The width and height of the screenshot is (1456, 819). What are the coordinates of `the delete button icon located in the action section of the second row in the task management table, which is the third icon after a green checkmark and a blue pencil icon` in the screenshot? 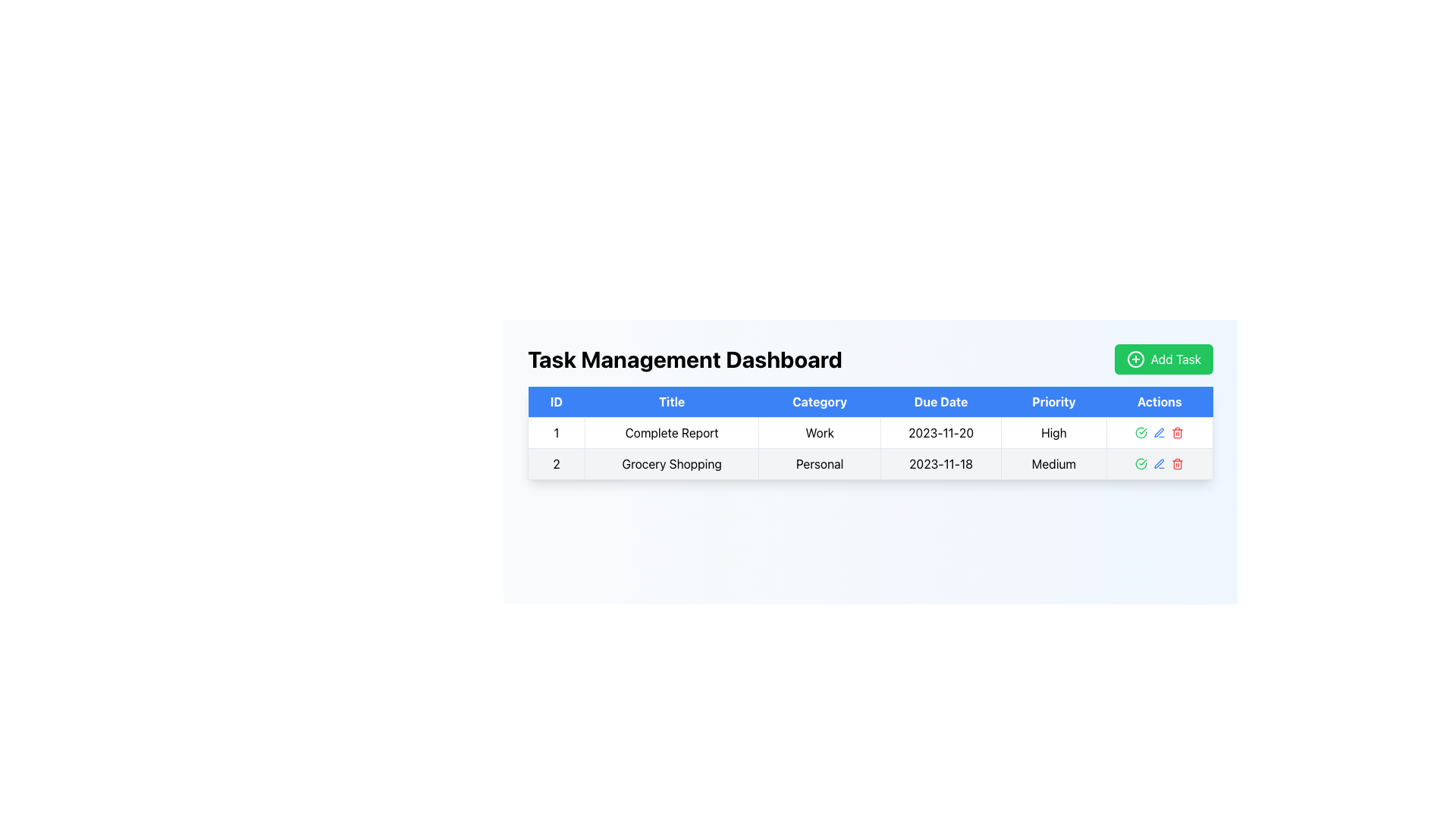 It's located at (1177, 432).